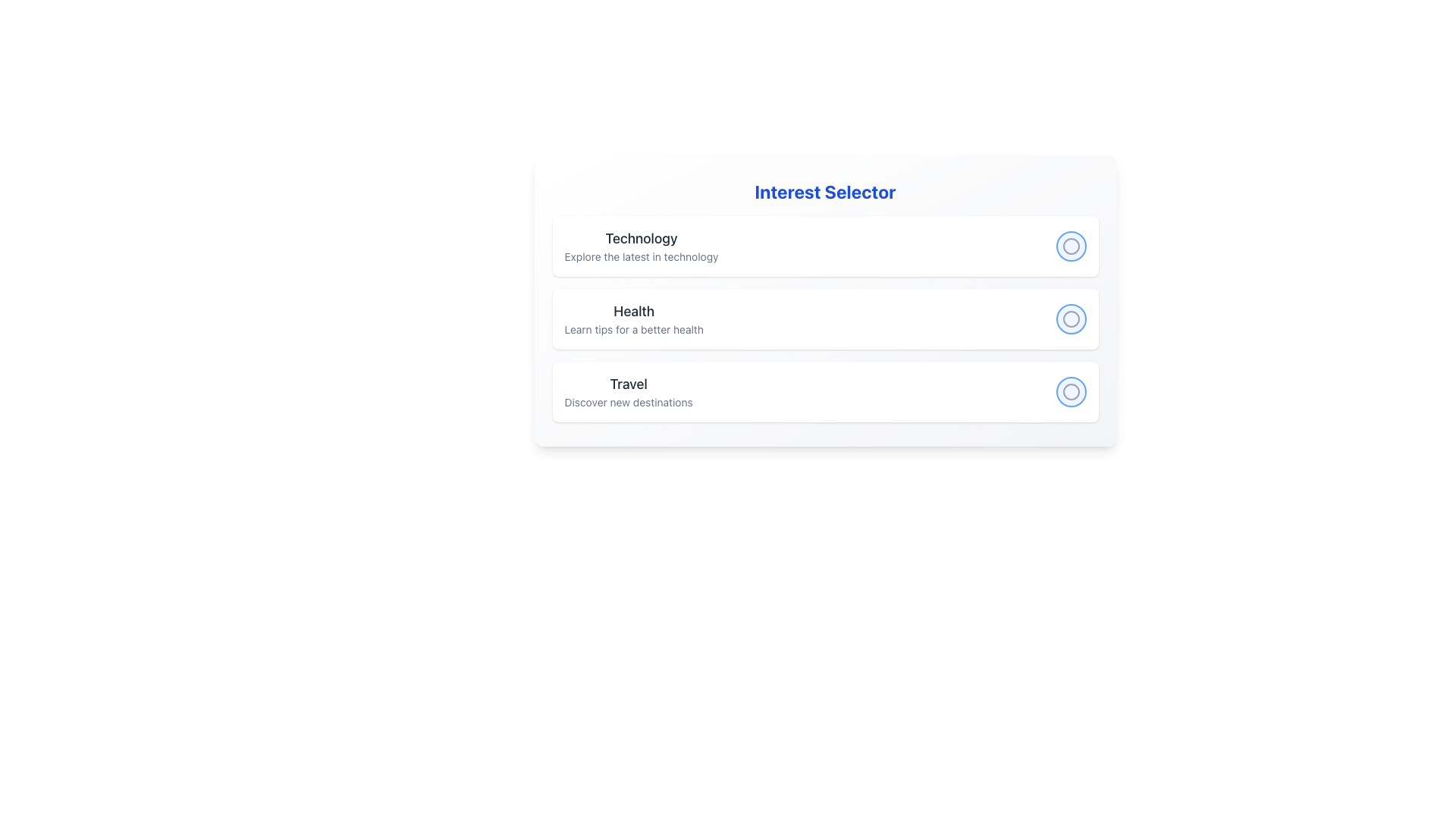 The width and height of the screenshot is (1456, 819). I want to click on the central graphical component of the first radio button in the 'Technology' options to select or deselect it, so click(1070, 245).